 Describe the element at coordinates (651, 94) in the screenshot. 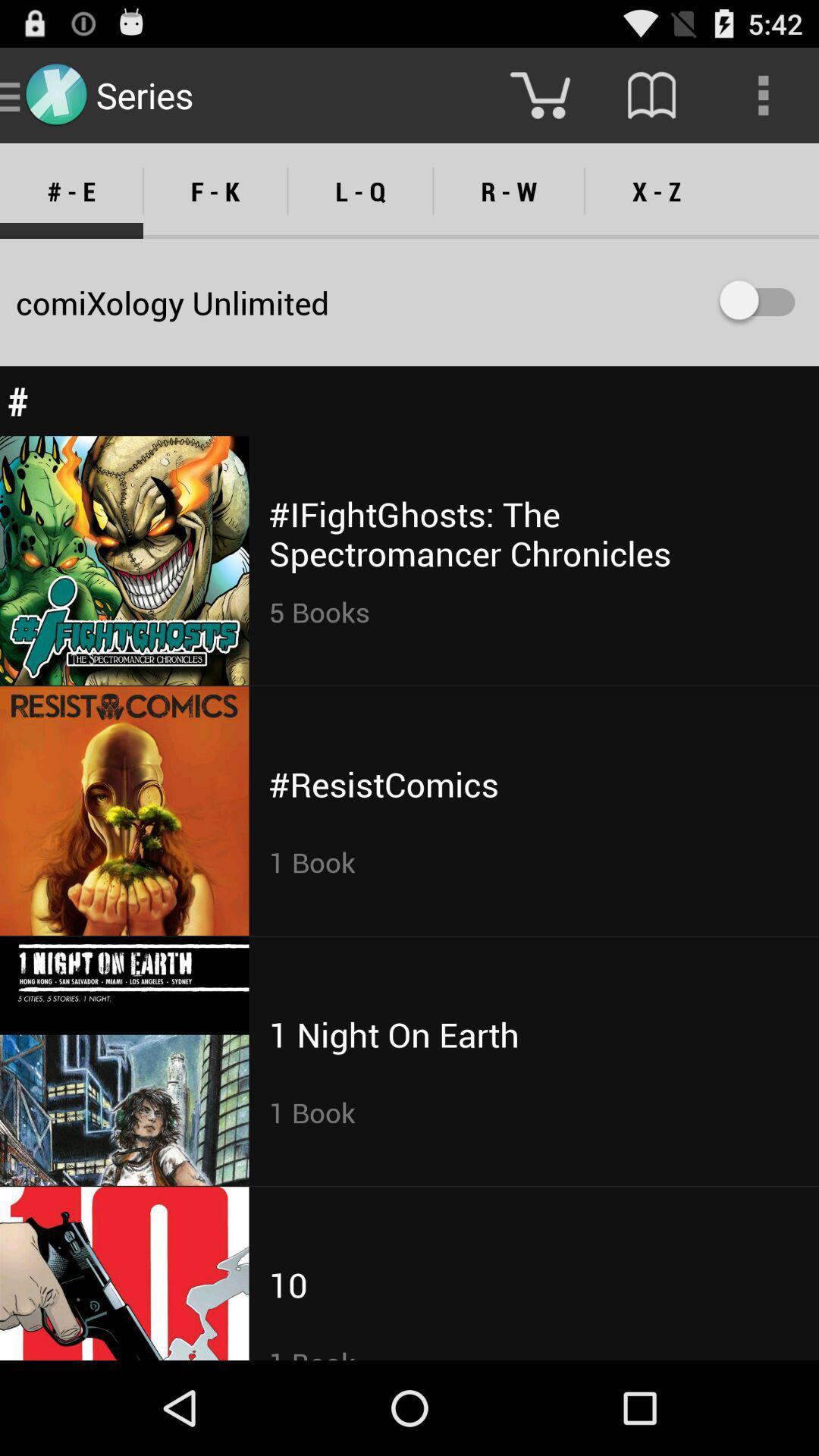

I see `item above x - z` at that location.